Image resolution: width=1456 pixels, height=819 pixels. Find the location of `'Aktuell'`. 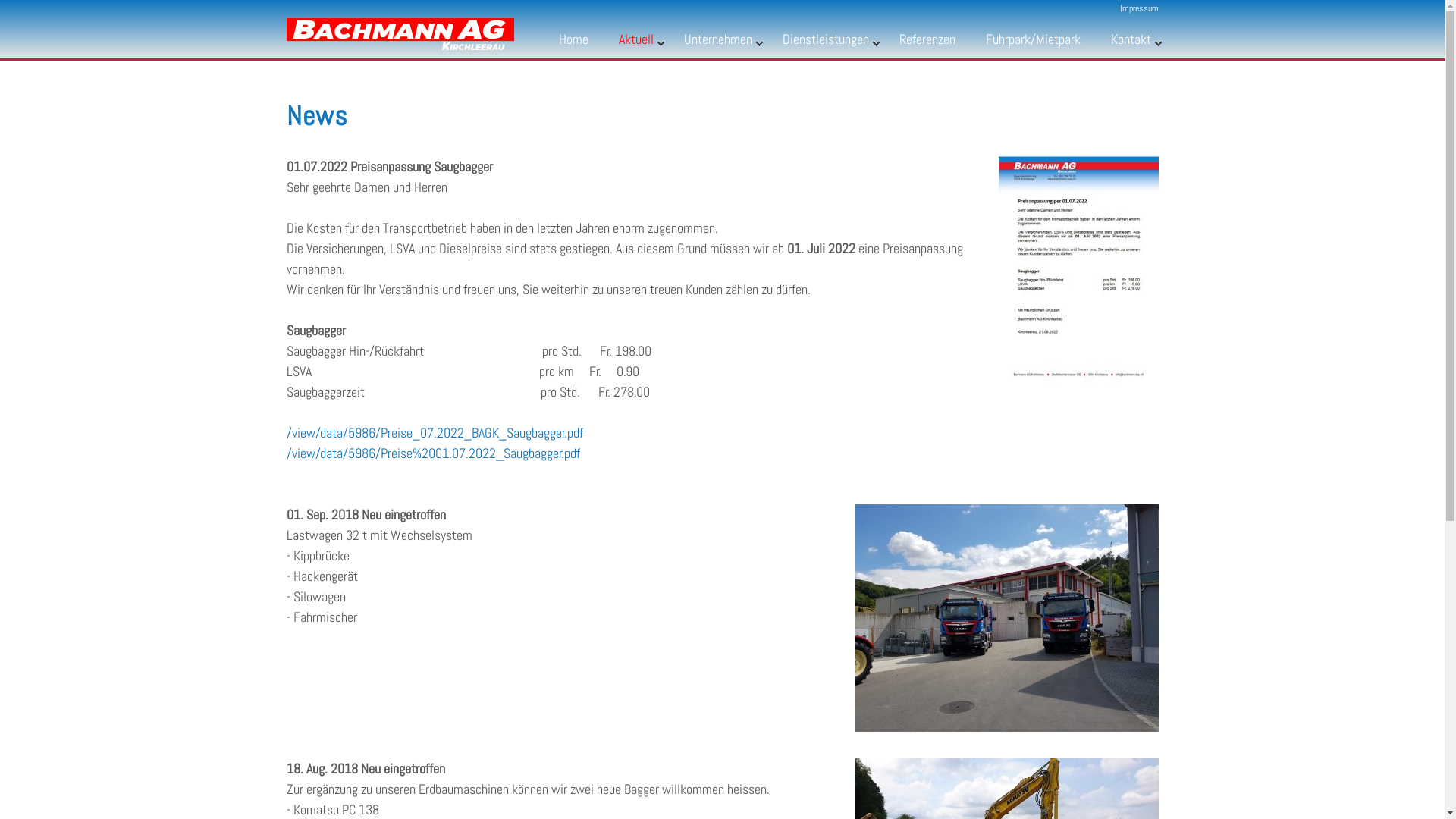

'Aktuell' is located at coordinates (636, 42).